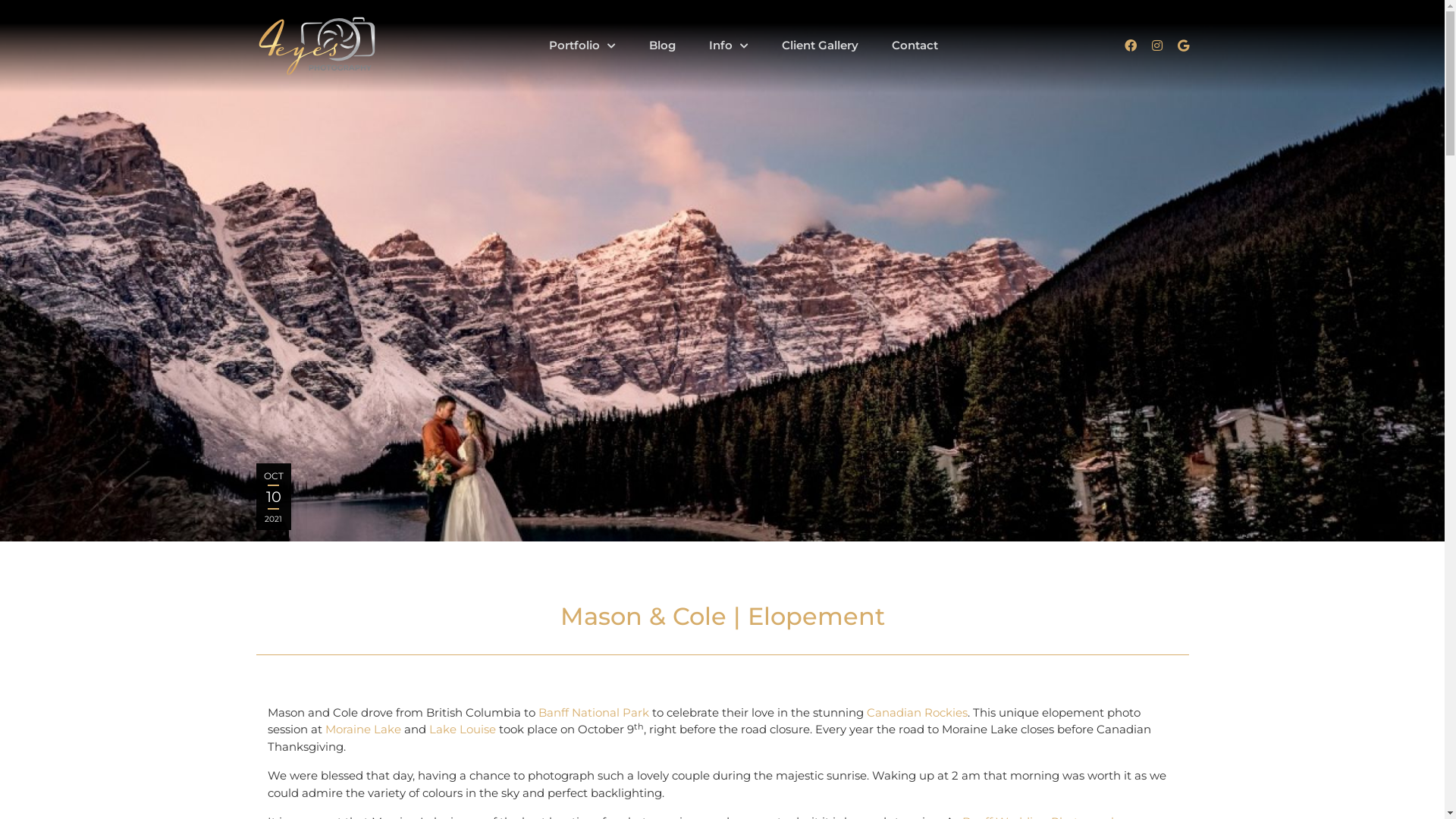 The image size is (1456, 819). Describe the element at coordinates (534, 44) in the screenshot. I see `'Portfolio'` at that location.